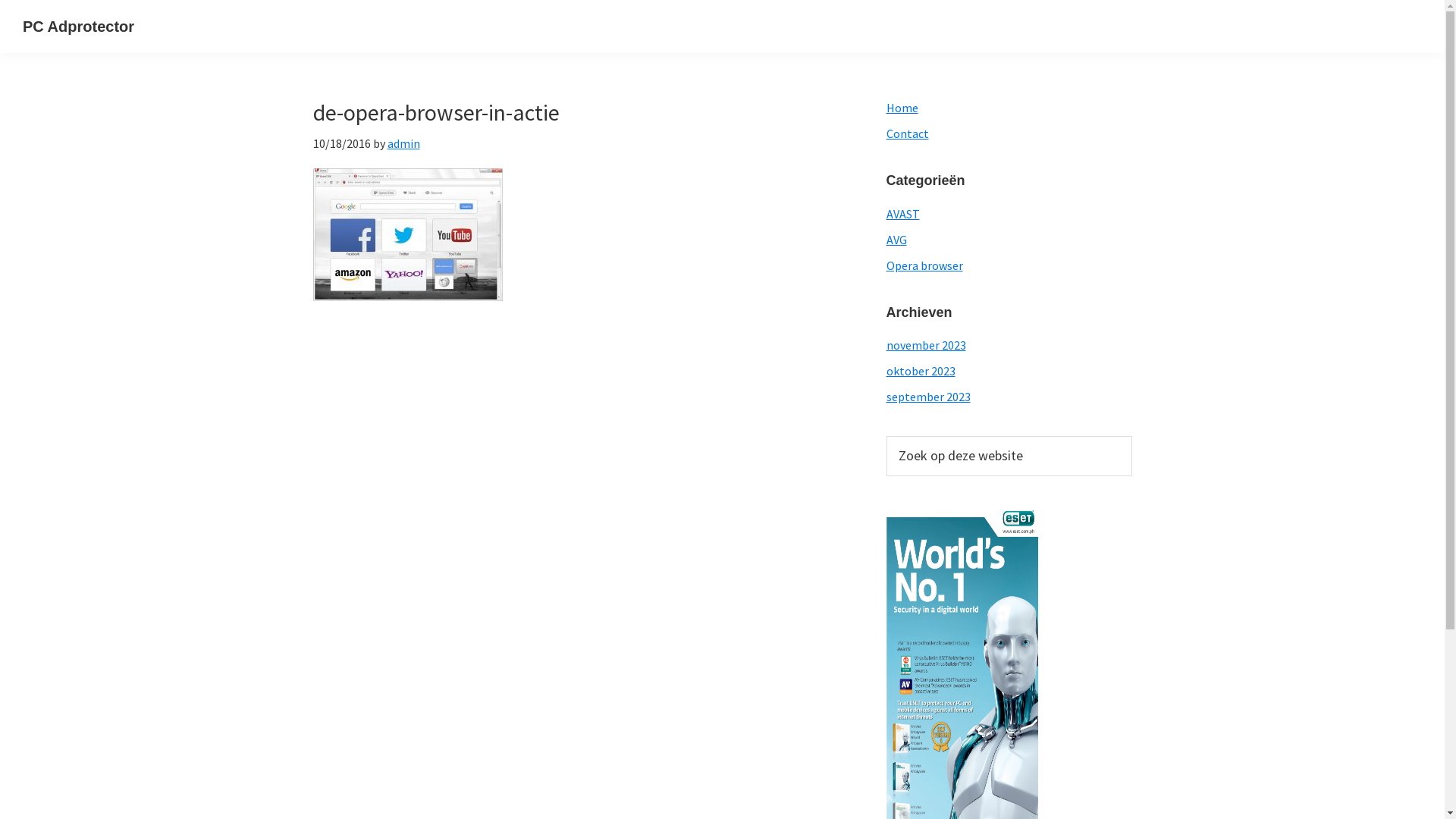 This screenshot has height=819, width=1456. I want to click on 'Contact', so click(906, 133).